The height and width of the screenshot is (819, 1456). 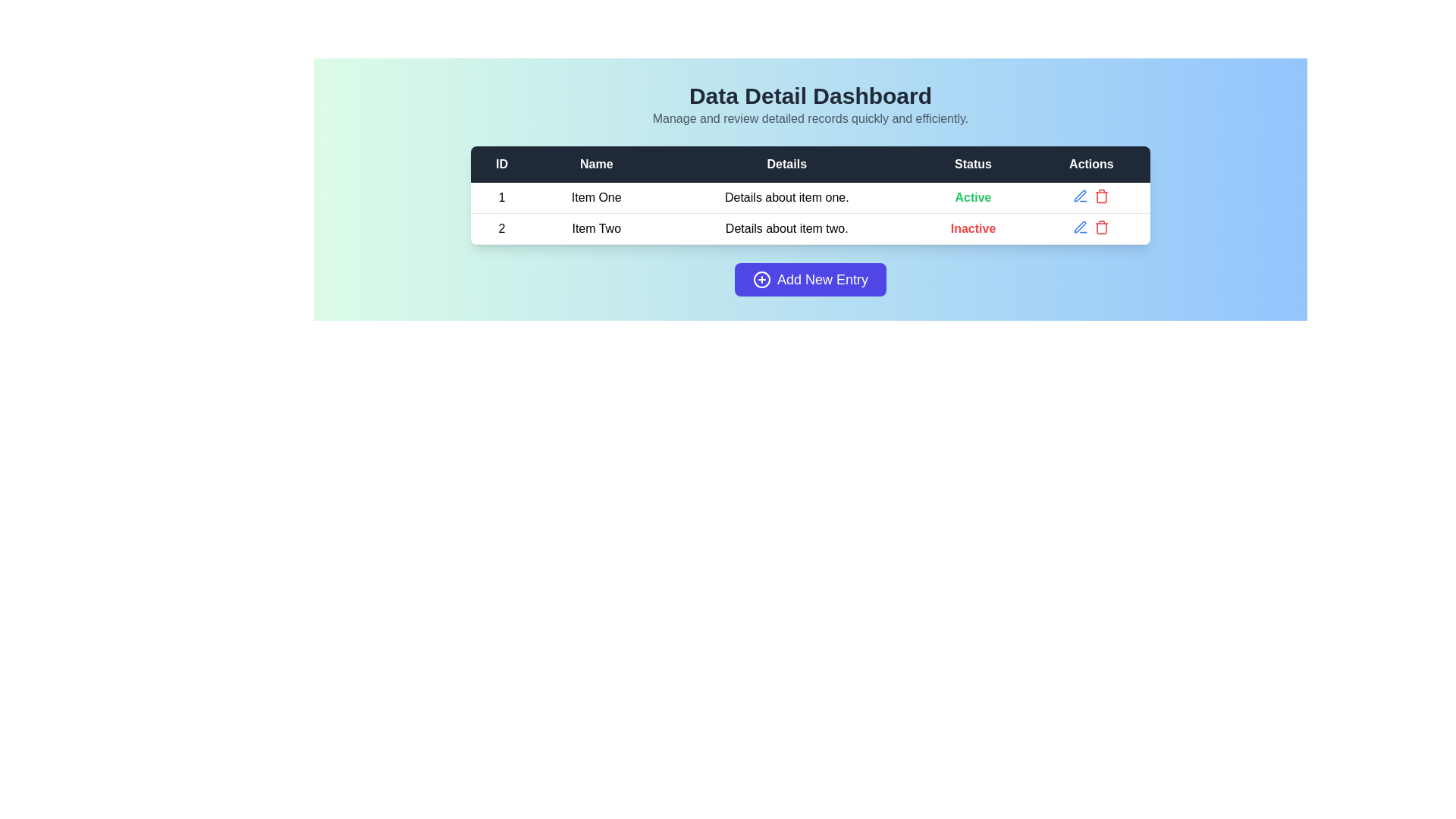 What do you see at coordinates (810, 197) in the screenshot?
I see `the first row of the table to read the detailed information presented in the row` at bounding box center [810, 197].